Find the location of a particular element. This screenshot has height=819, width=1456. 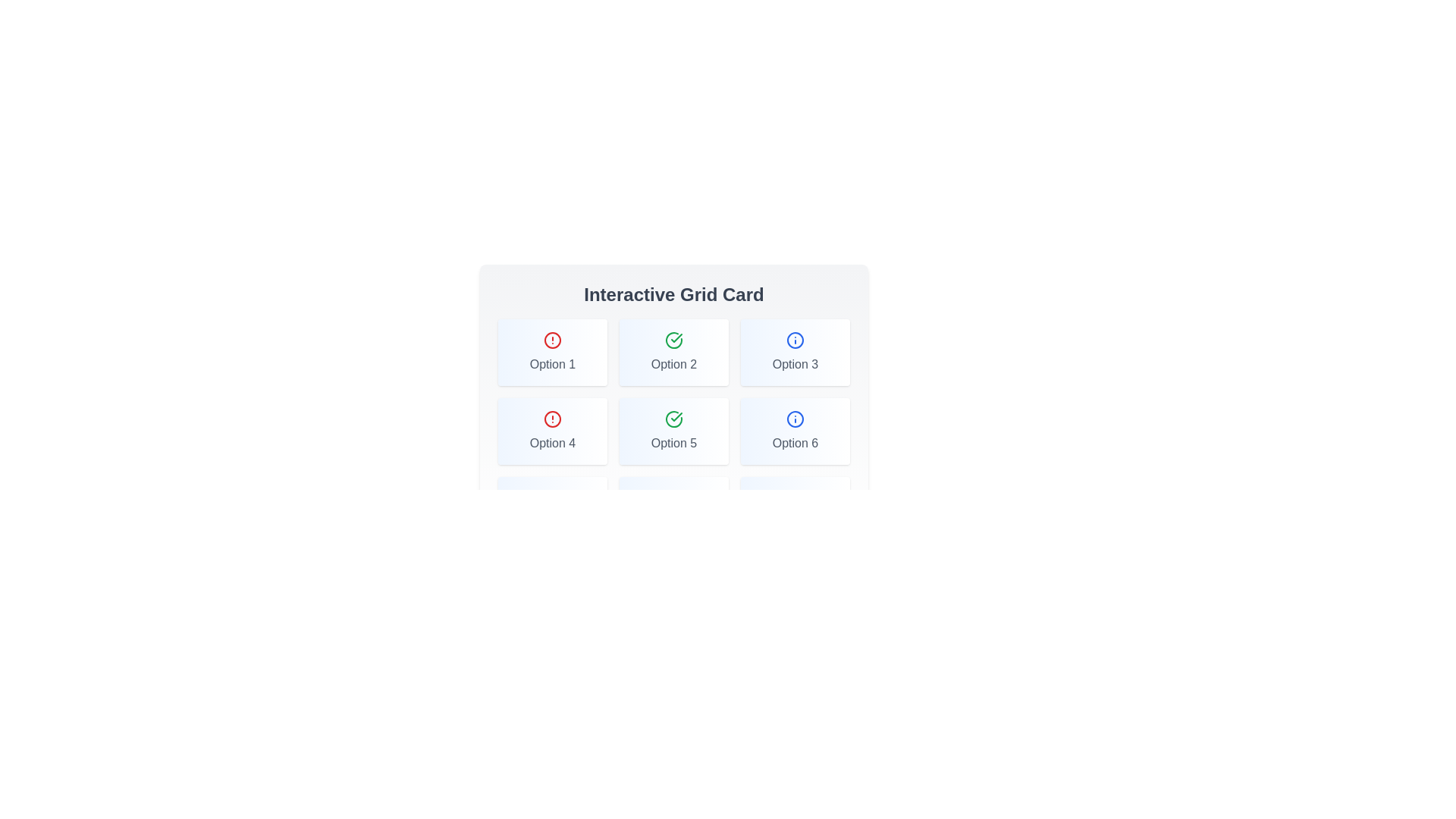

the text label element displaying 'Option 2' in gray color, located at the bottom of the second card in a 3x2 grid layout, positioned below the check mark icon is located at coordinates (673, 365).